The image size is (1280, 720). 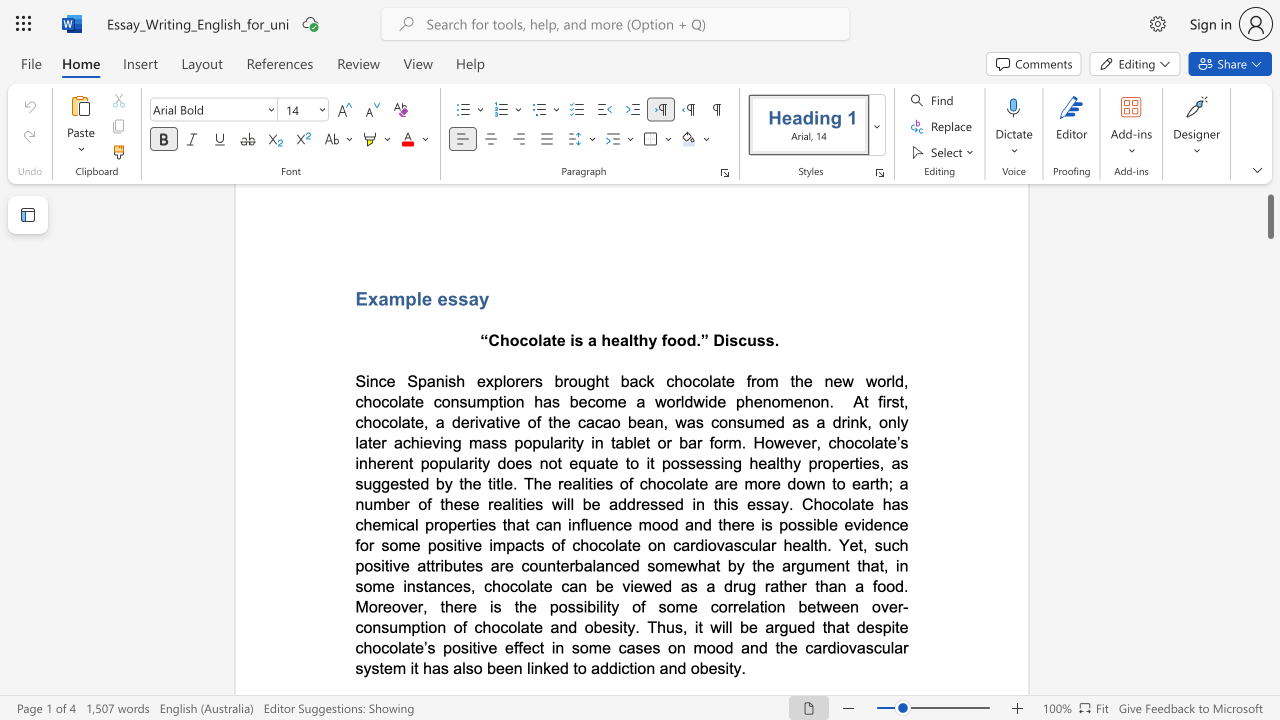 What do you see at coordinates (1269, 217) in the screenshot?
I see `the scrollbar and move down 1100 pixels` at bounding box center [1269, 217].